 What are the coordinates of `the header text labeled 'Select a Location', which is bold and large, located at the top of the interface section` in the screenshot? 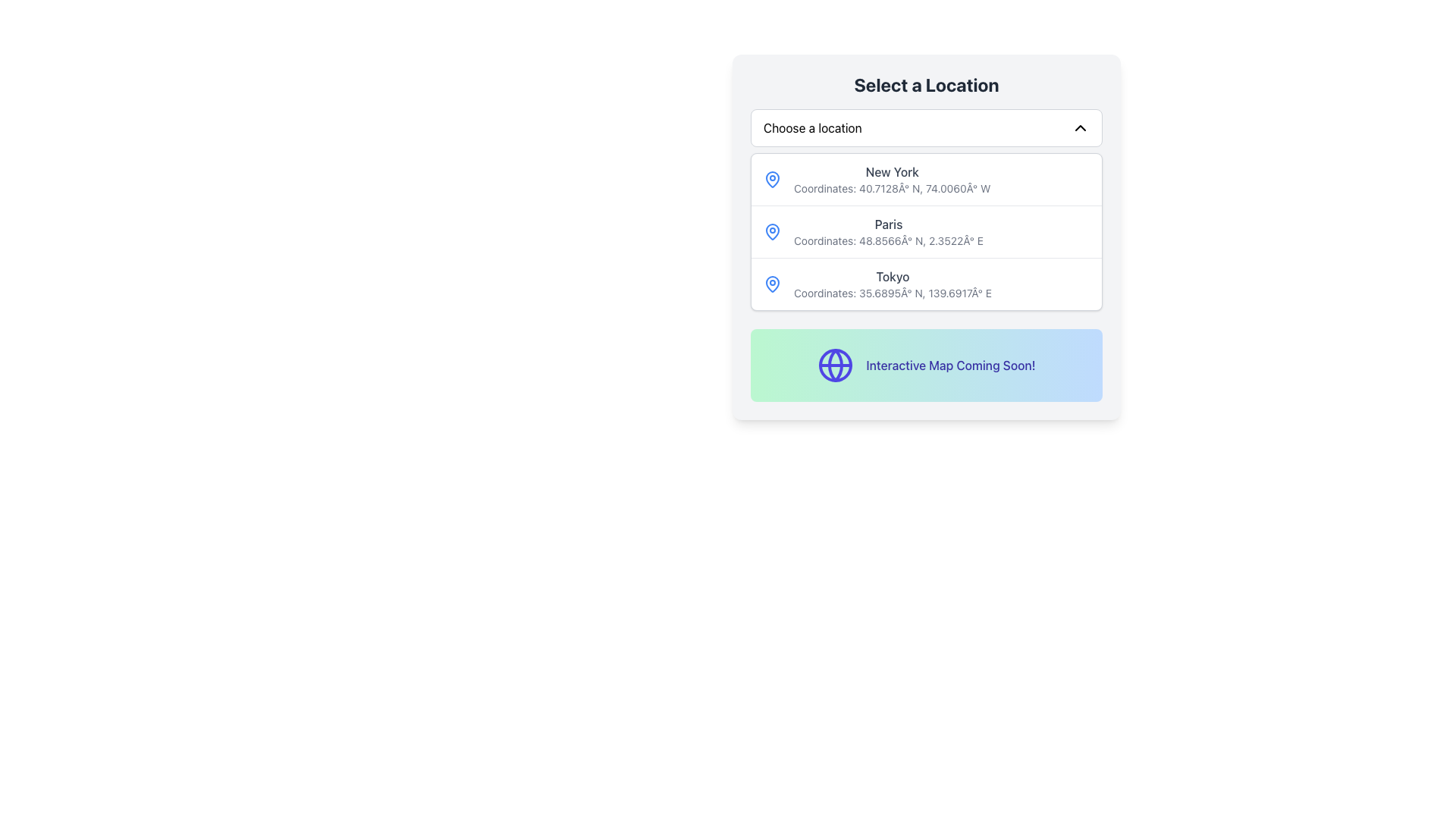 It's located at (926, 84).